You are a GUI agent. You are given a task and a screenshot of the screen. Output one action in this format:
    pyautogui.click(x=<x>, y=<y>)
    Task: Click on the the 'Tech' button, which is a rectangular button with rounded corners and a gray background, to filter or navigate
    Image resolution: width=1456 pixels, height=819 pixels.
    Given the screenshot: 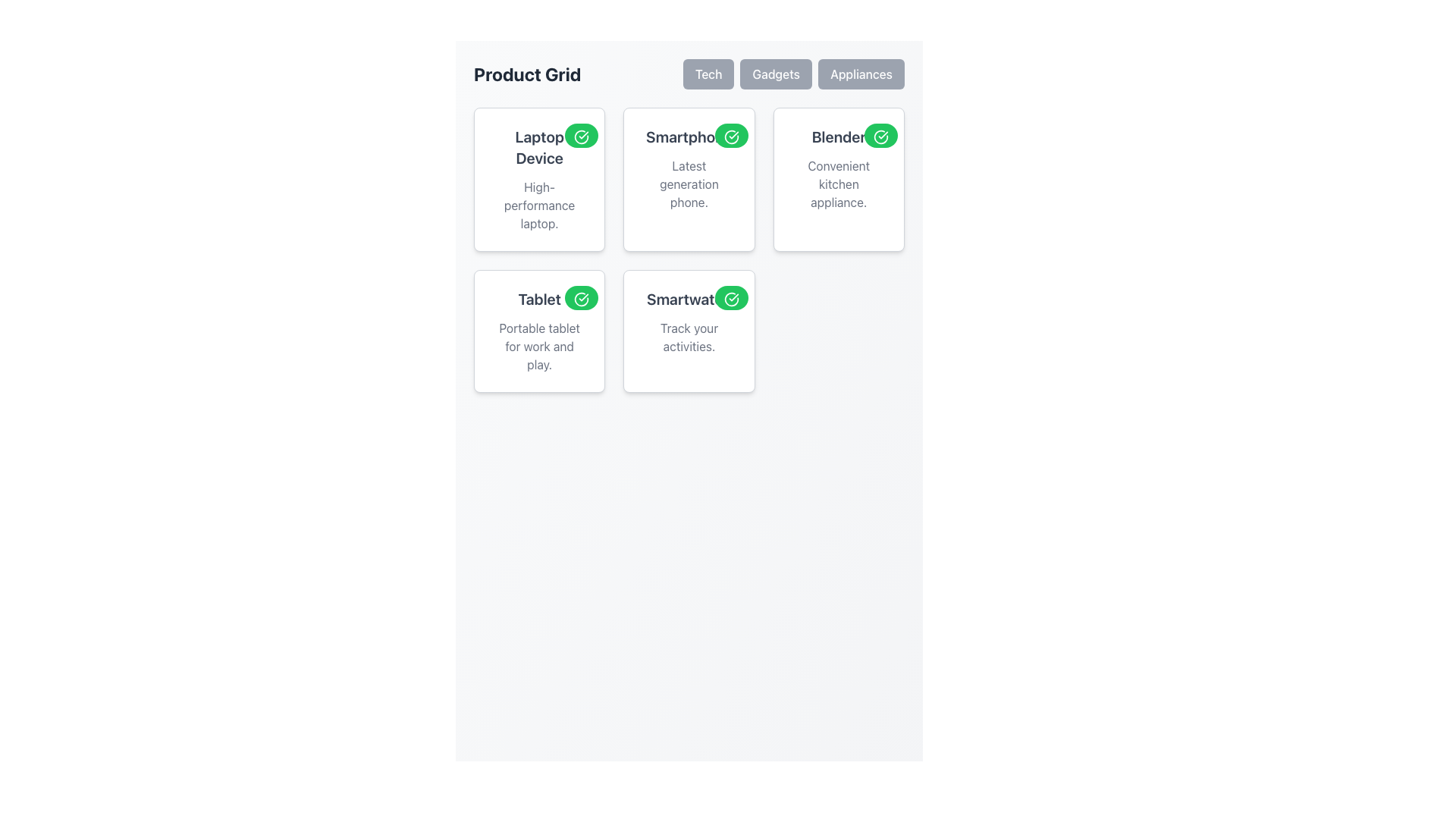 What is the action you would take?
    pyautogui.click(x=708, y=74)
    